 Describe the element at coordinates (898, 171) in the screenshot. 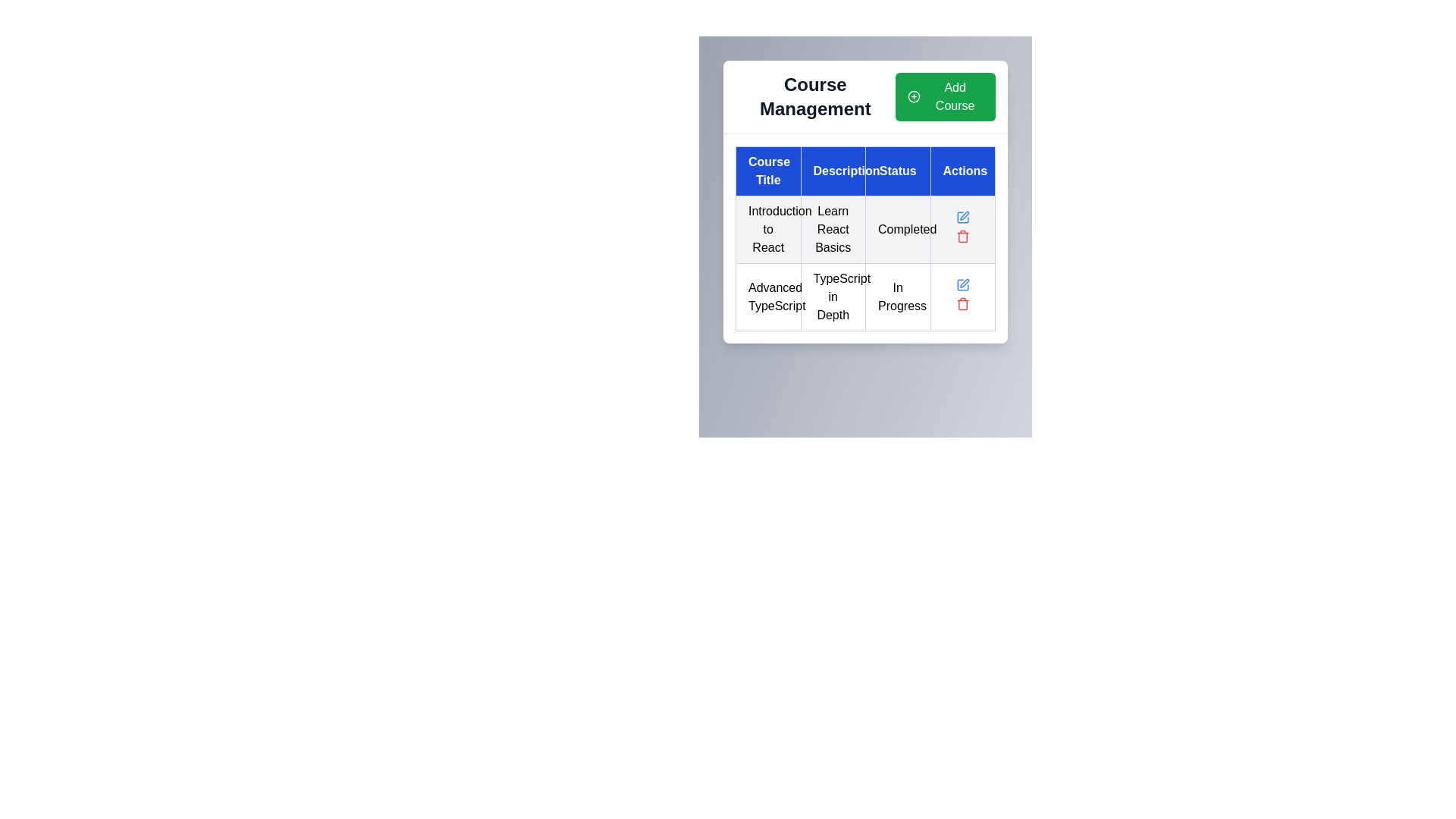

I see `the Header cell in the third column of the table layout, which describes the status information of the entries listed below it` at that location.